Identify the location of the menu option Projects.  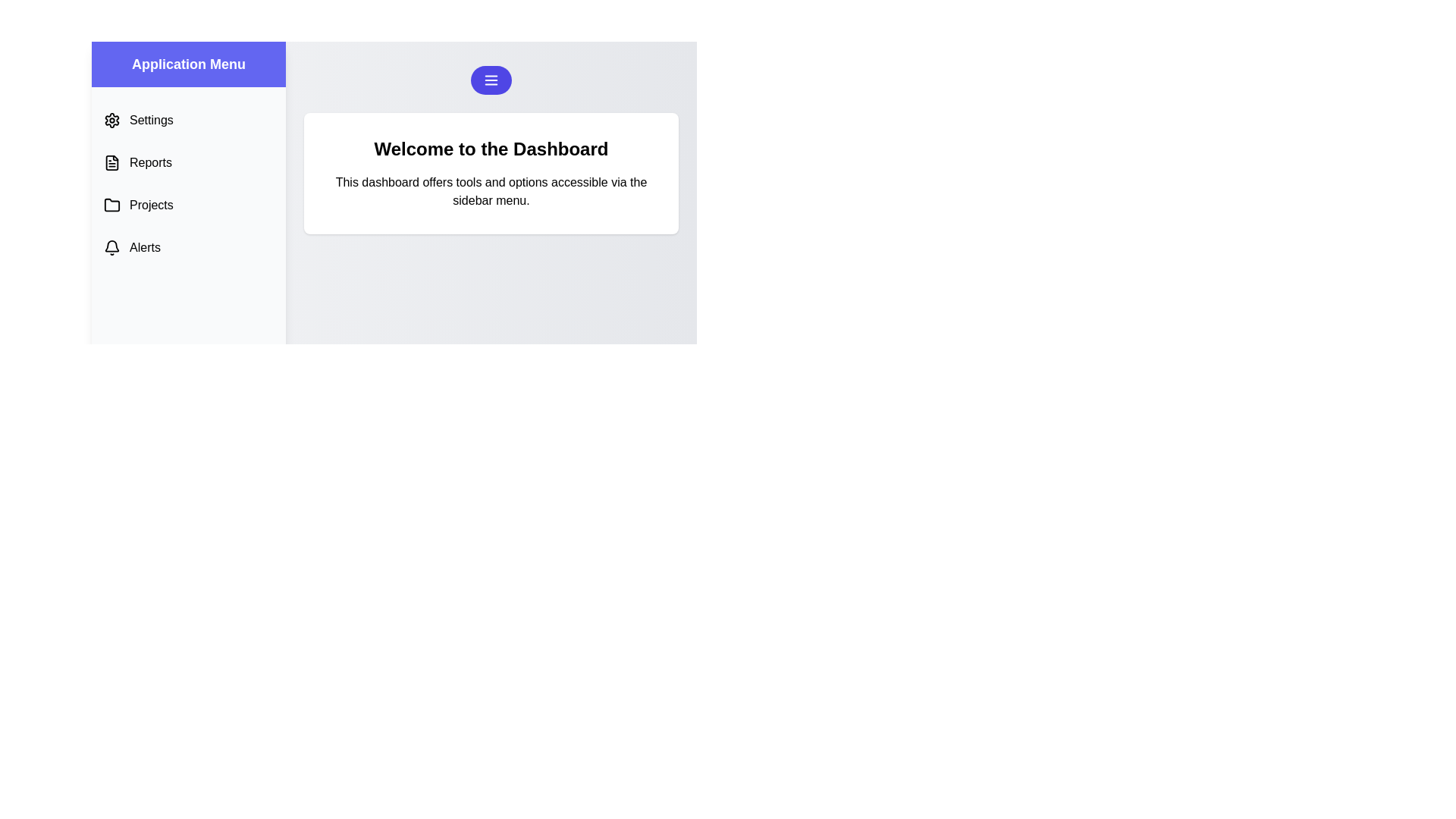
(188, 205).